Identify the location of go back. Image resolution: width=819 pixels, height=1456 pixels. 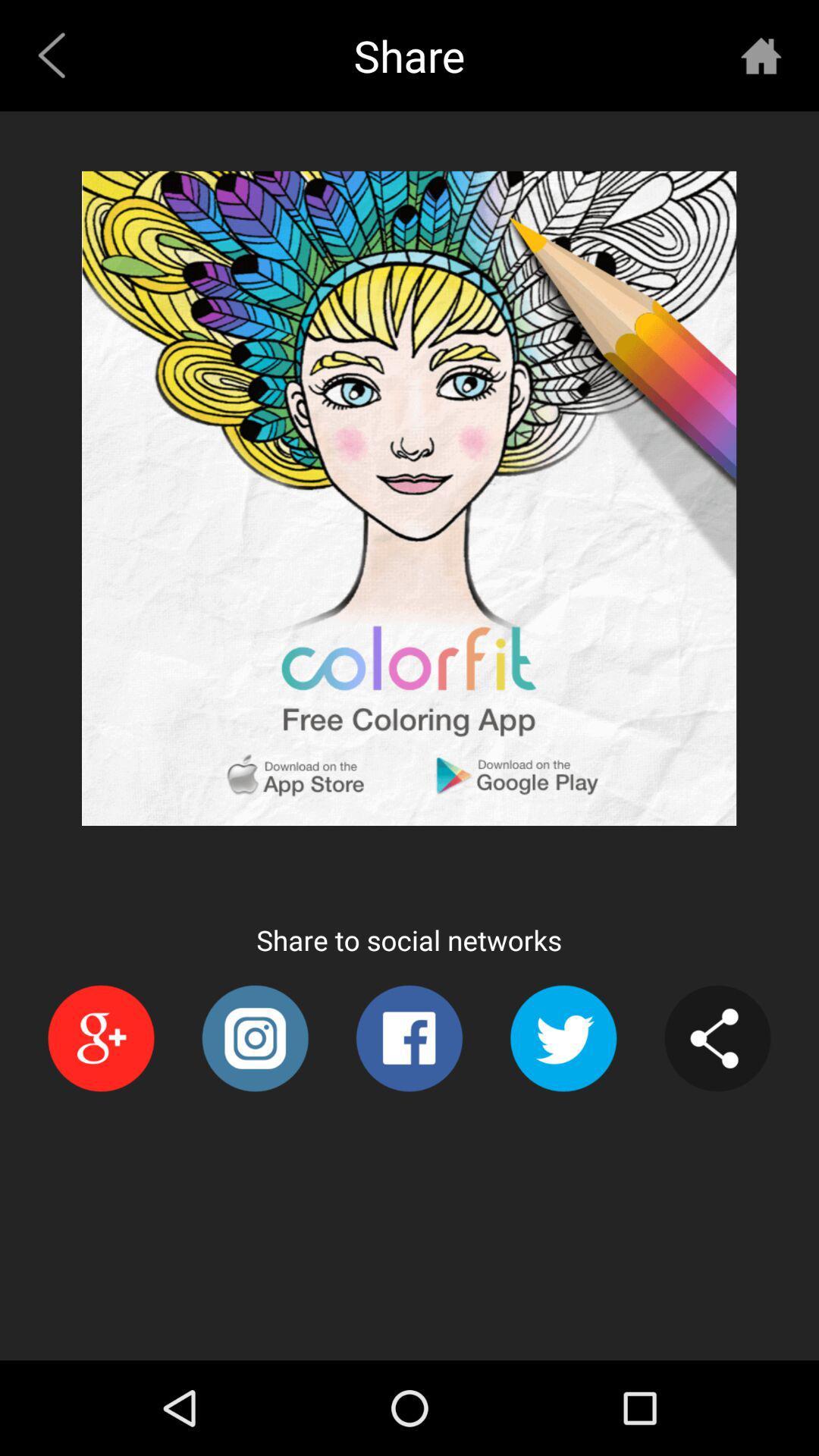
(57, 55).